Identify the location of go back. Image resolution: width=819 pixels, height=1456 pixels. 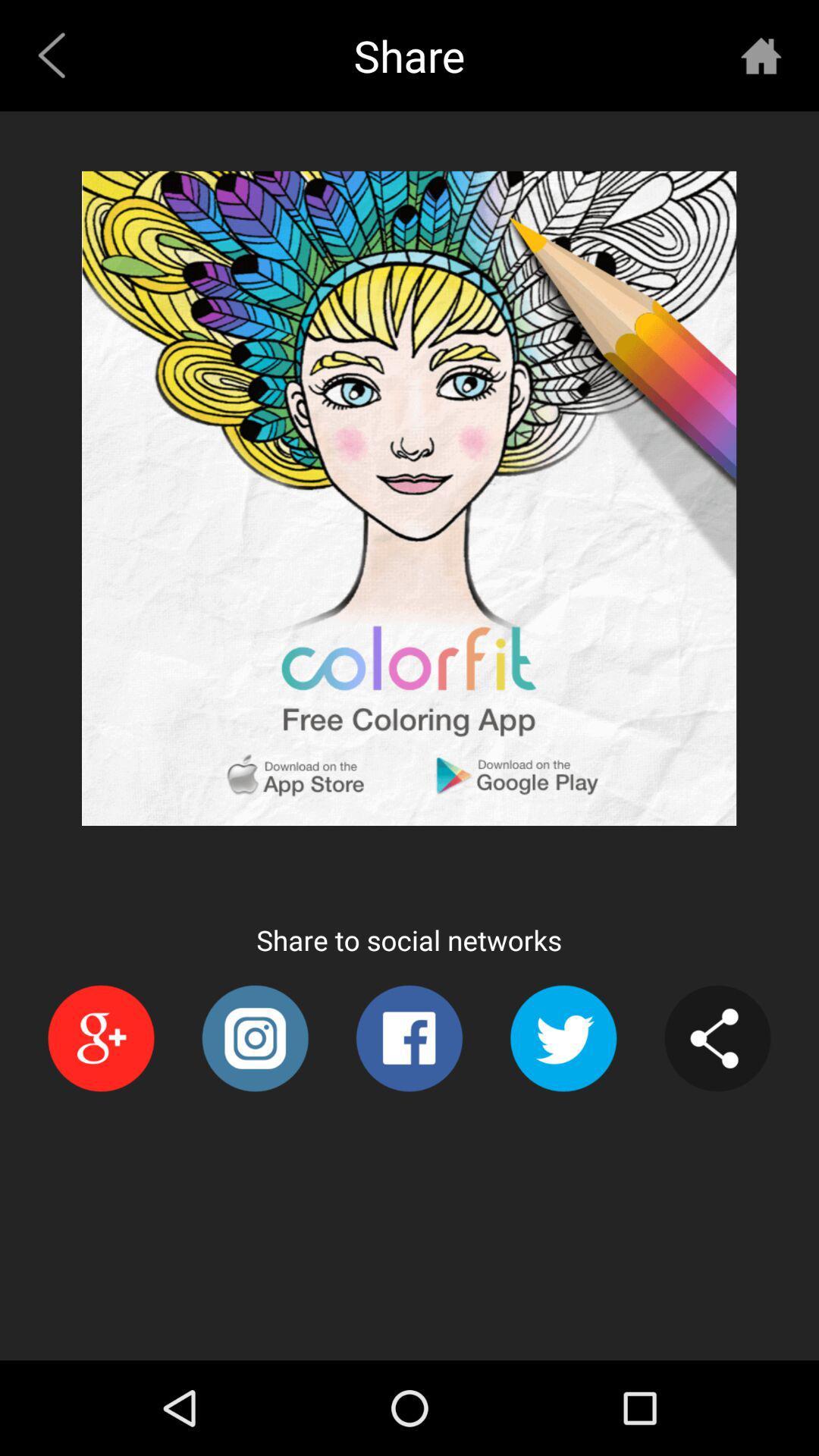
(57, 55).